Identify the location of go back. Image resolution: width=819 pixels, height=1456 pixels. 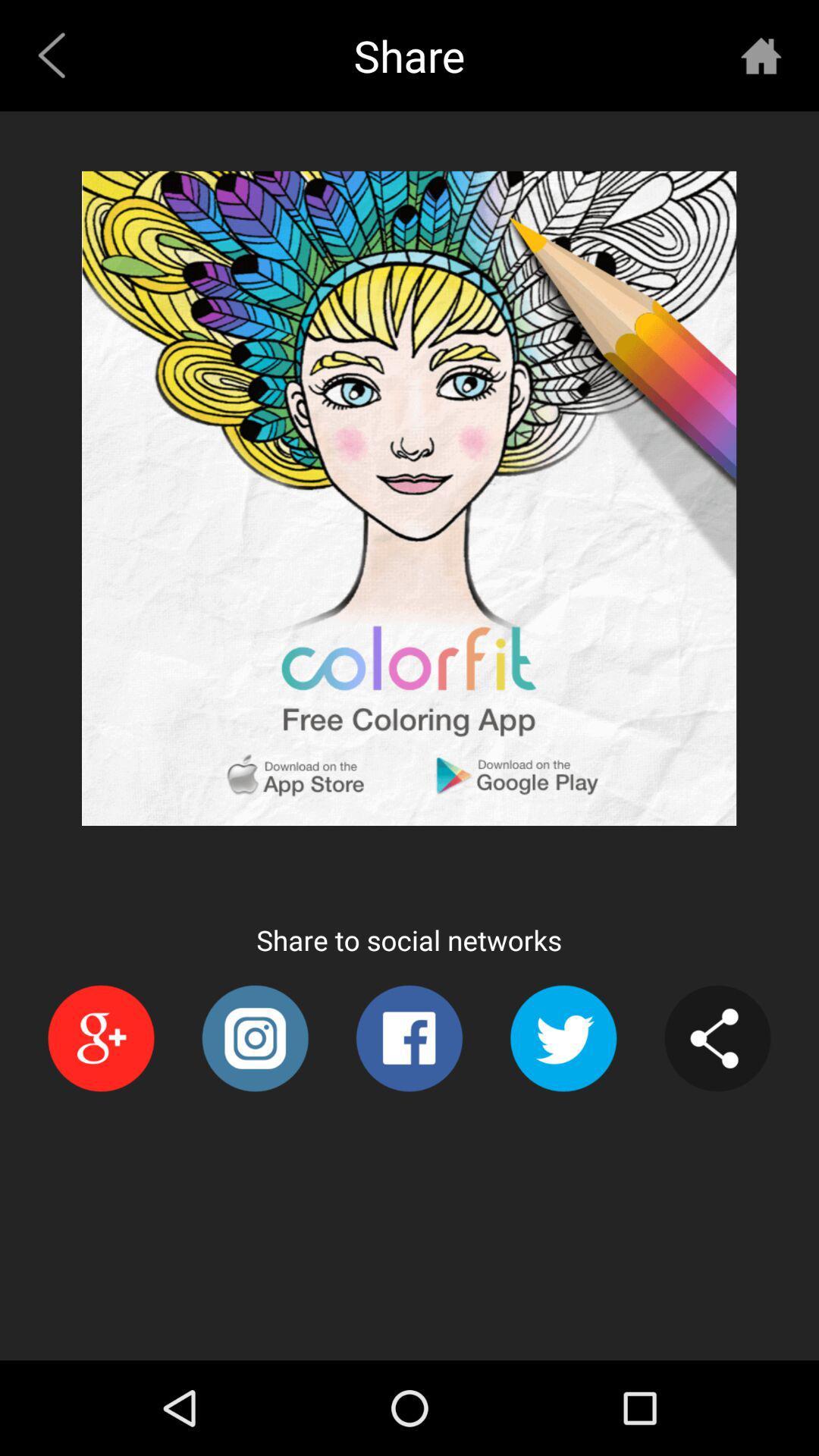
(57, 55).